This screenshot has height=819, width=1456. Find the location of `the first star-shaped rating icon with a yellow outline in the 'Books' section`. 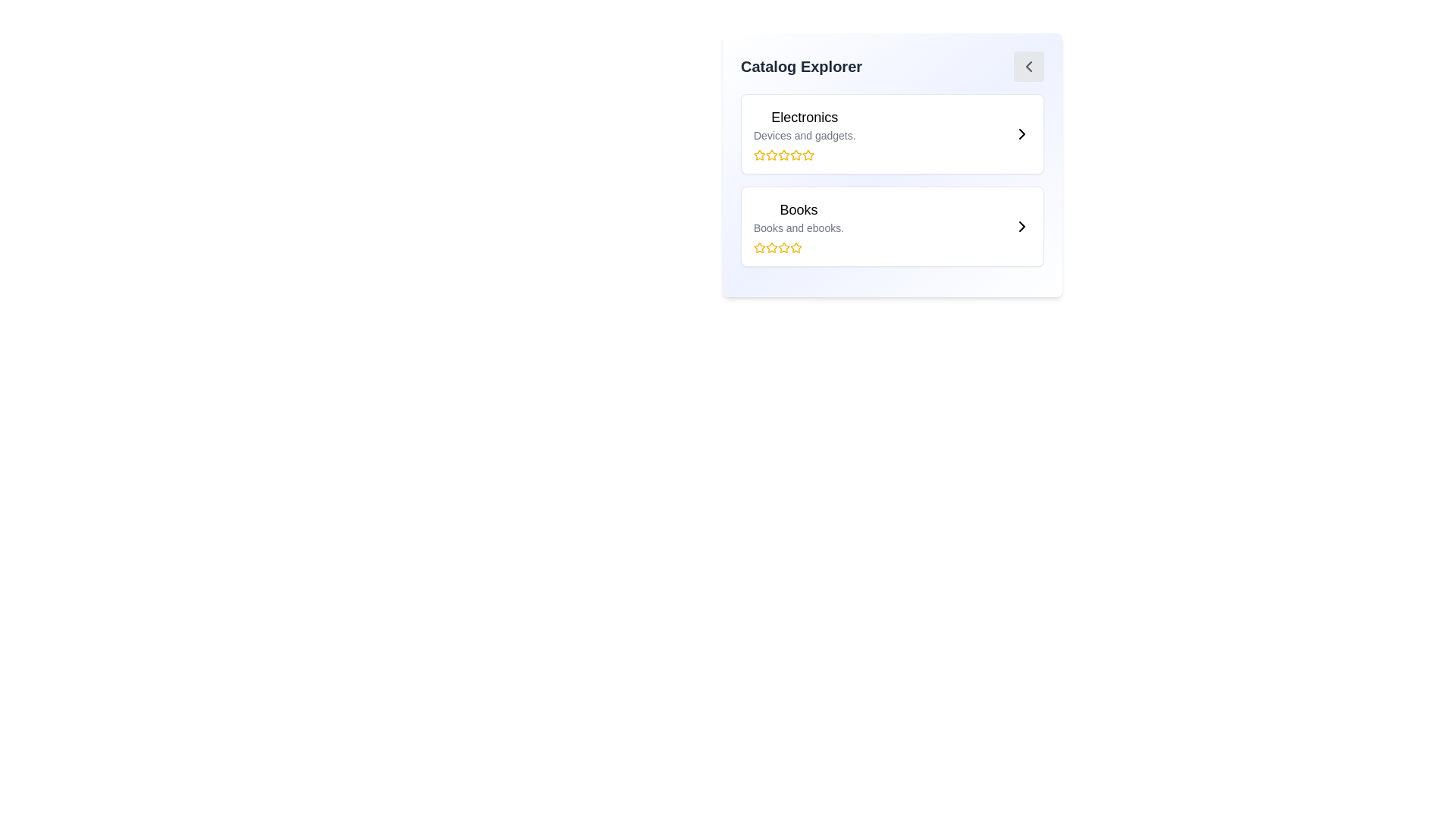

the first star-shaped rating icon with a yellow outline in the 'Books' section is located at coordinates (760, 247).